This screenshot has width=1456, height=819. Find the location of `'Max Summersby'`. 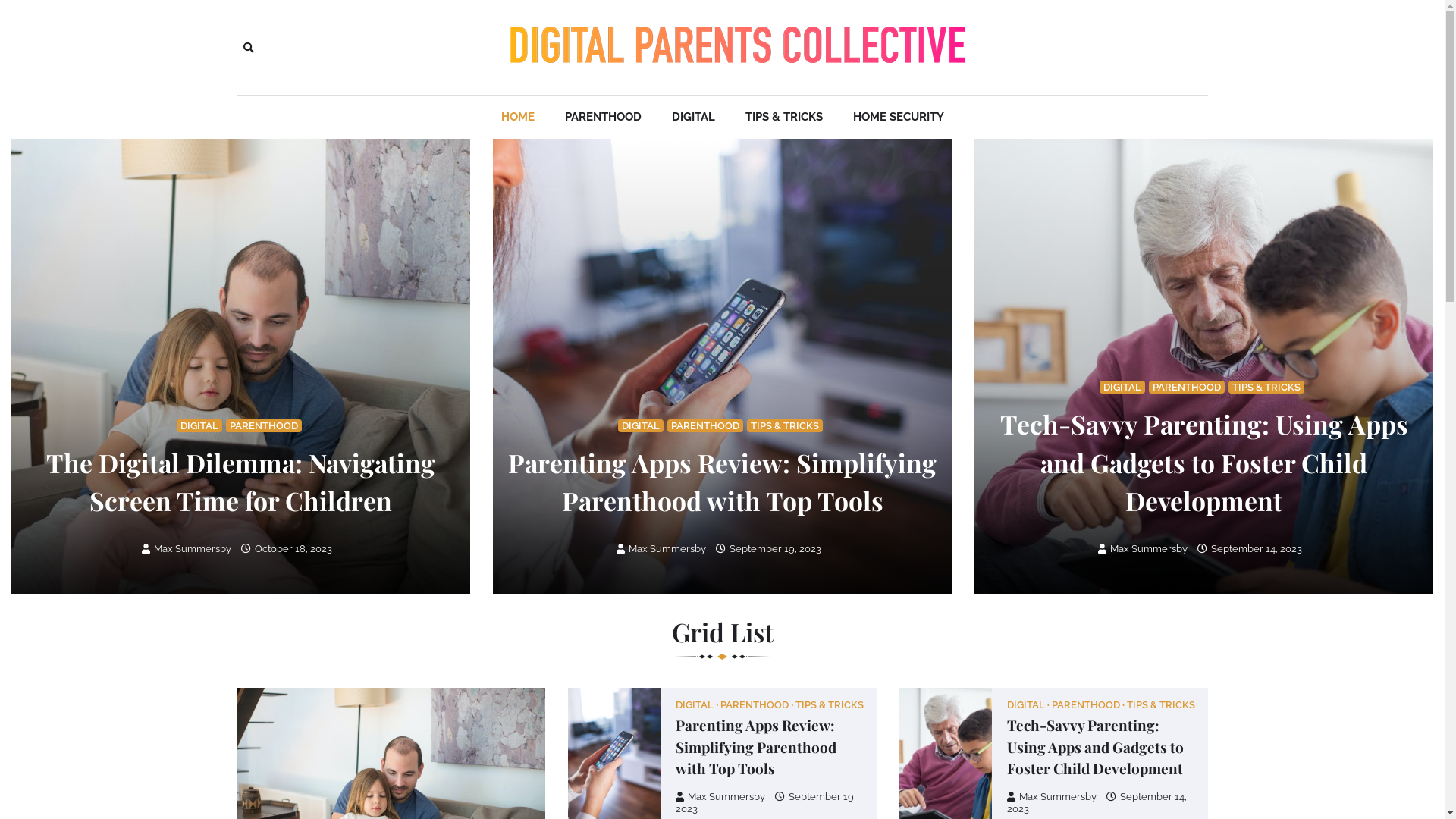

'Max Summersby' is located at coordinates (142, 548).